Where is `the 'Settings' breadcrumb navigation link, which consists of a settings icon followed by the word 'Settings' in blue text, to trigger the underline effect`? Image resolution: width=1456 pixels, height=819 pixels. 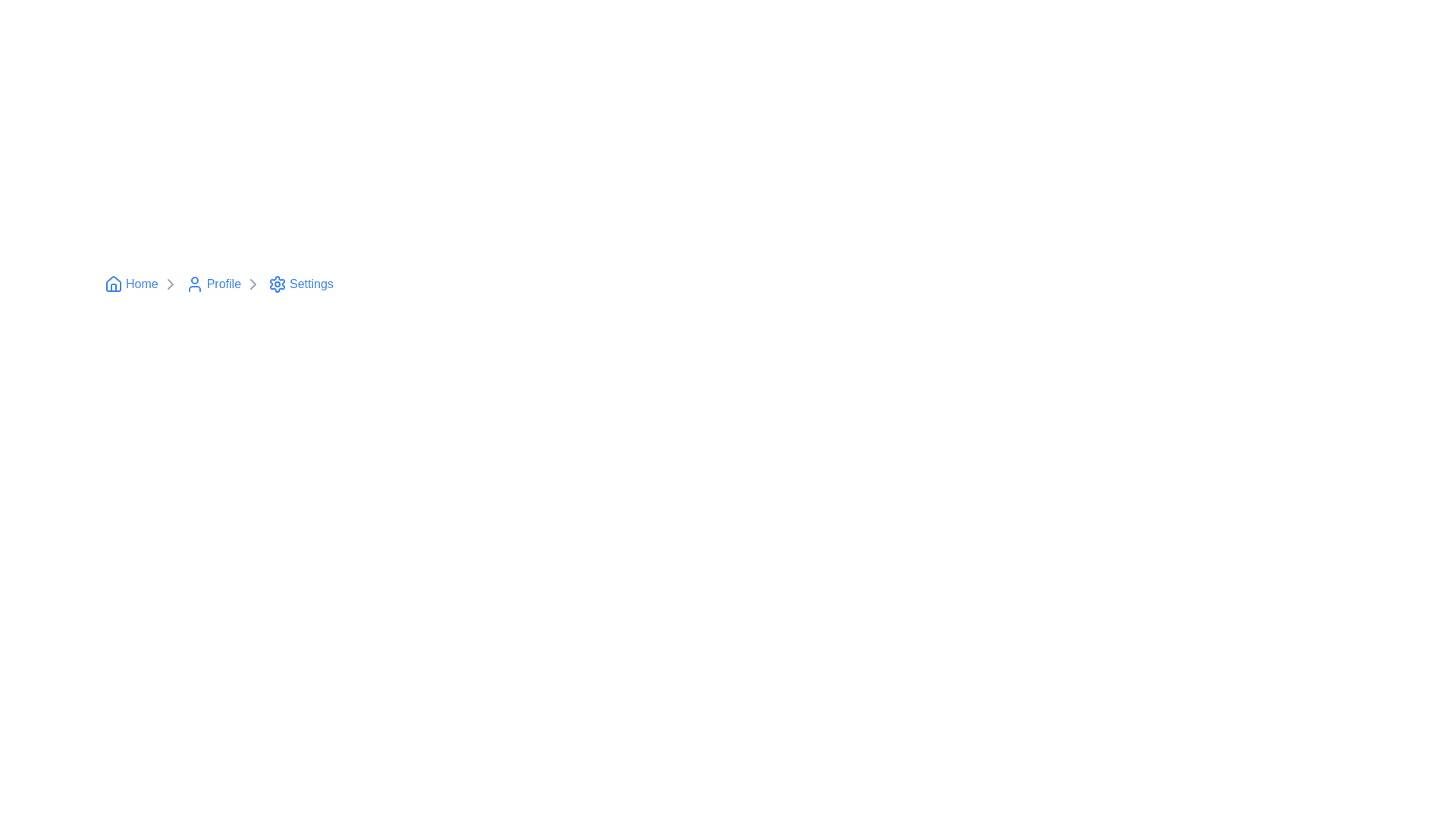 the 'Settings' breadcrumb navigation link, which consists of a settings icon followed by the word 'Settings' in blue text, to trigger the underline effect is located at coordinates (300, 284).